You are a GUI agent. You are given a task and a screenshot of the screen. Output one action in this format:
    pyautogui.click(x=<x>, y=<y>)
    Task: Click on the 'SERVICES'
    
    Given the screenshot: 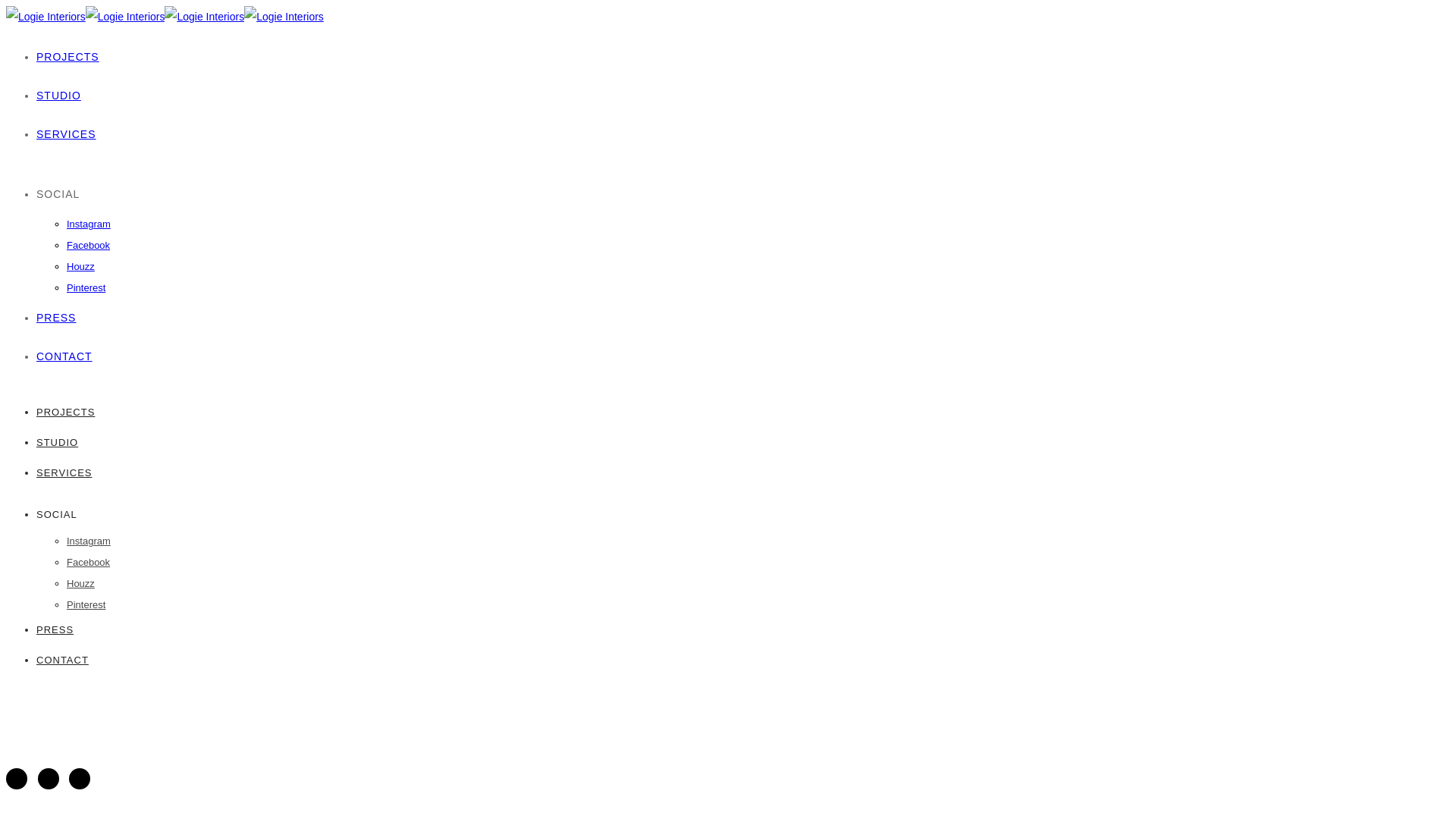 What is the action you would take?
    pyautogui.click(x=65, y=133)
    